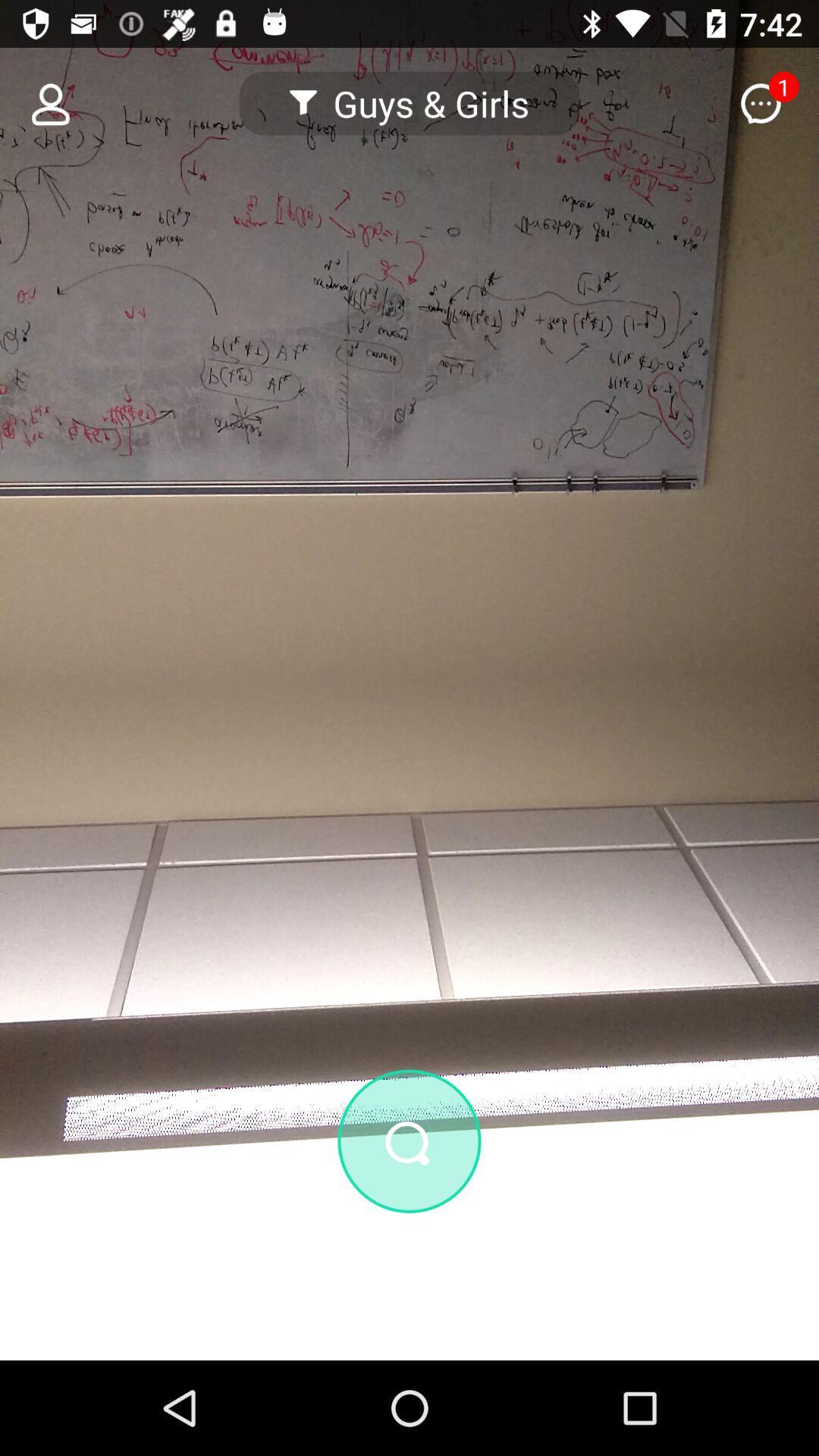 The height and width of the screenshot is (1456, 819). I want to click on zoom in, so click(409, 1141).